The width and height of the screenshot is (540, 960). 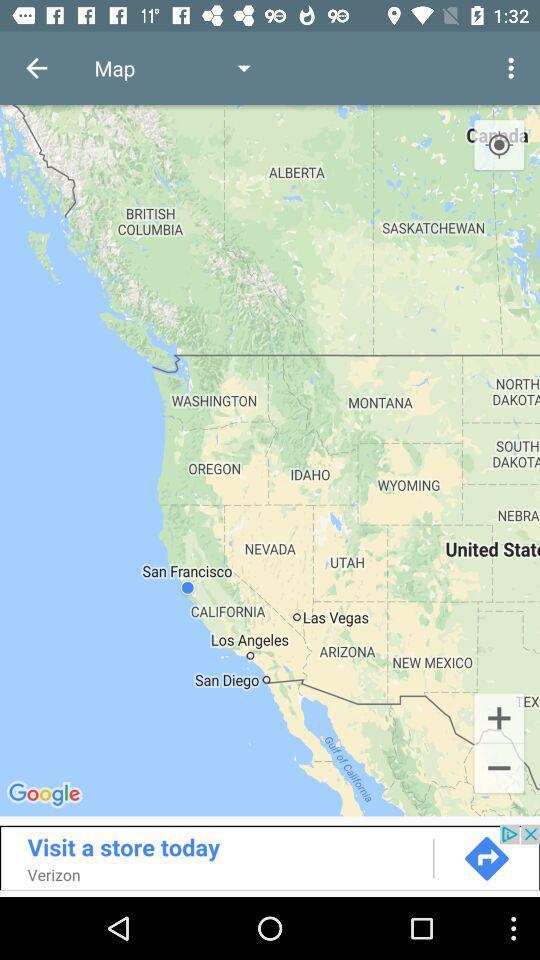 I want to click on advertisement banner, so click(x=270, y=856).